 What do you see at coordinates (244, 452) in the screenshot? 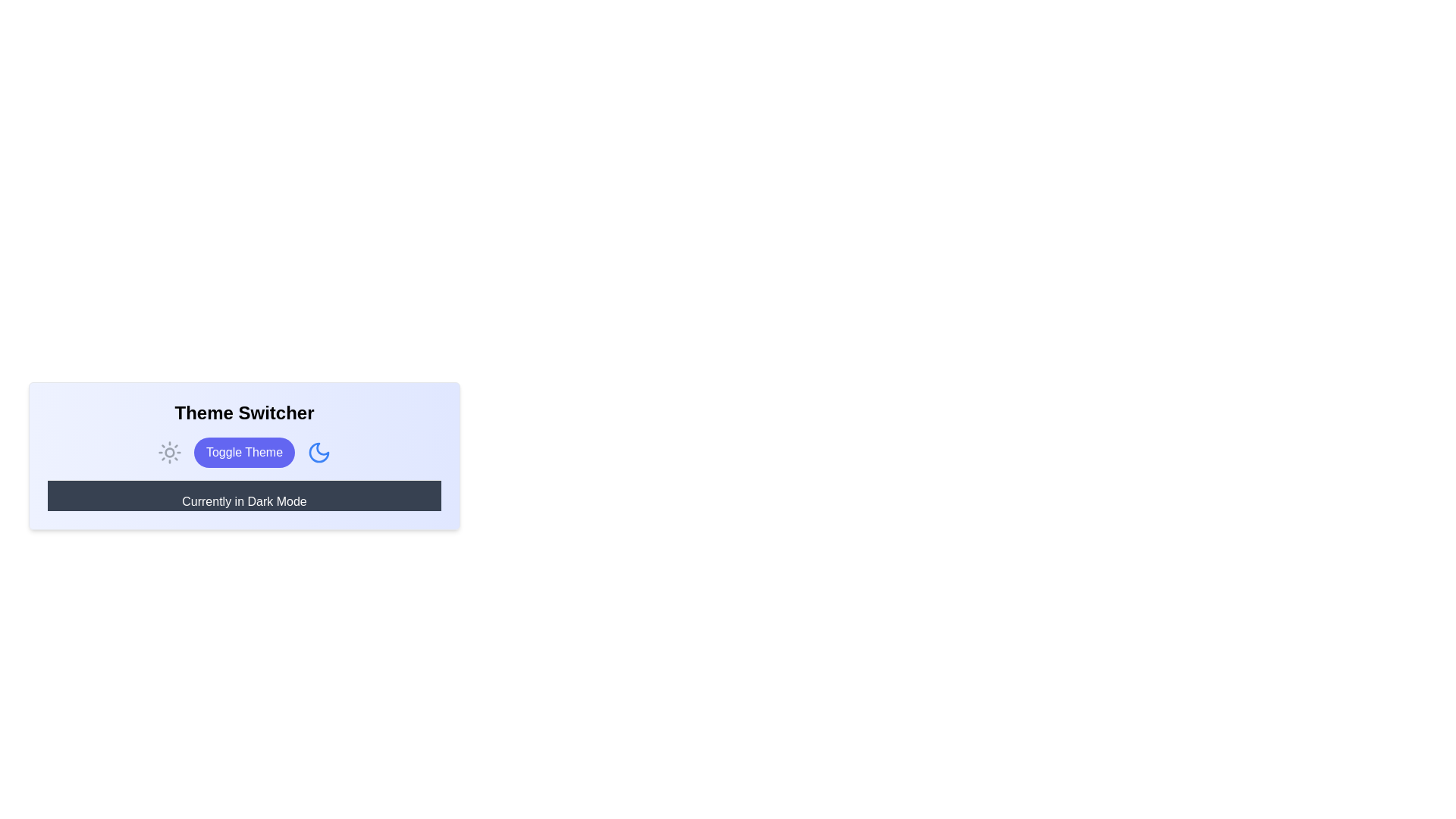
I see `the theme toggle button located near the center of the 'Theme Switcher' box, positioned between the sun icon on the left and the moon icon on the right` at bounding box center [244, 452].